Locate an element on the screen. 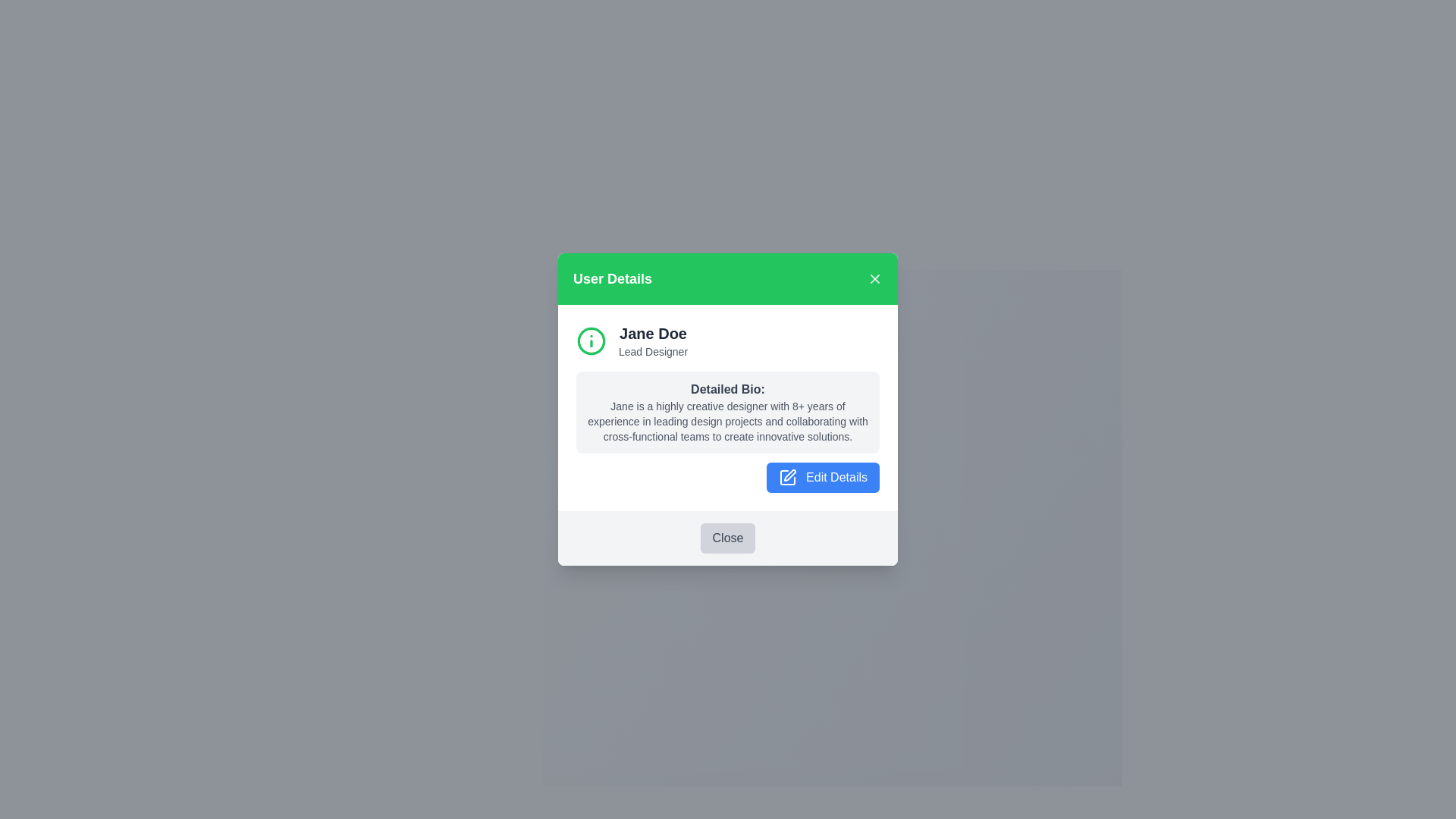 Image resolution: width=1456 pixels, height=819 pixels. the text label displaying 'Jane Doe', which is in a larger, bold font and located near the top of the modal dialog, positioned to the right of an icon is located at coordinates (653, 332).